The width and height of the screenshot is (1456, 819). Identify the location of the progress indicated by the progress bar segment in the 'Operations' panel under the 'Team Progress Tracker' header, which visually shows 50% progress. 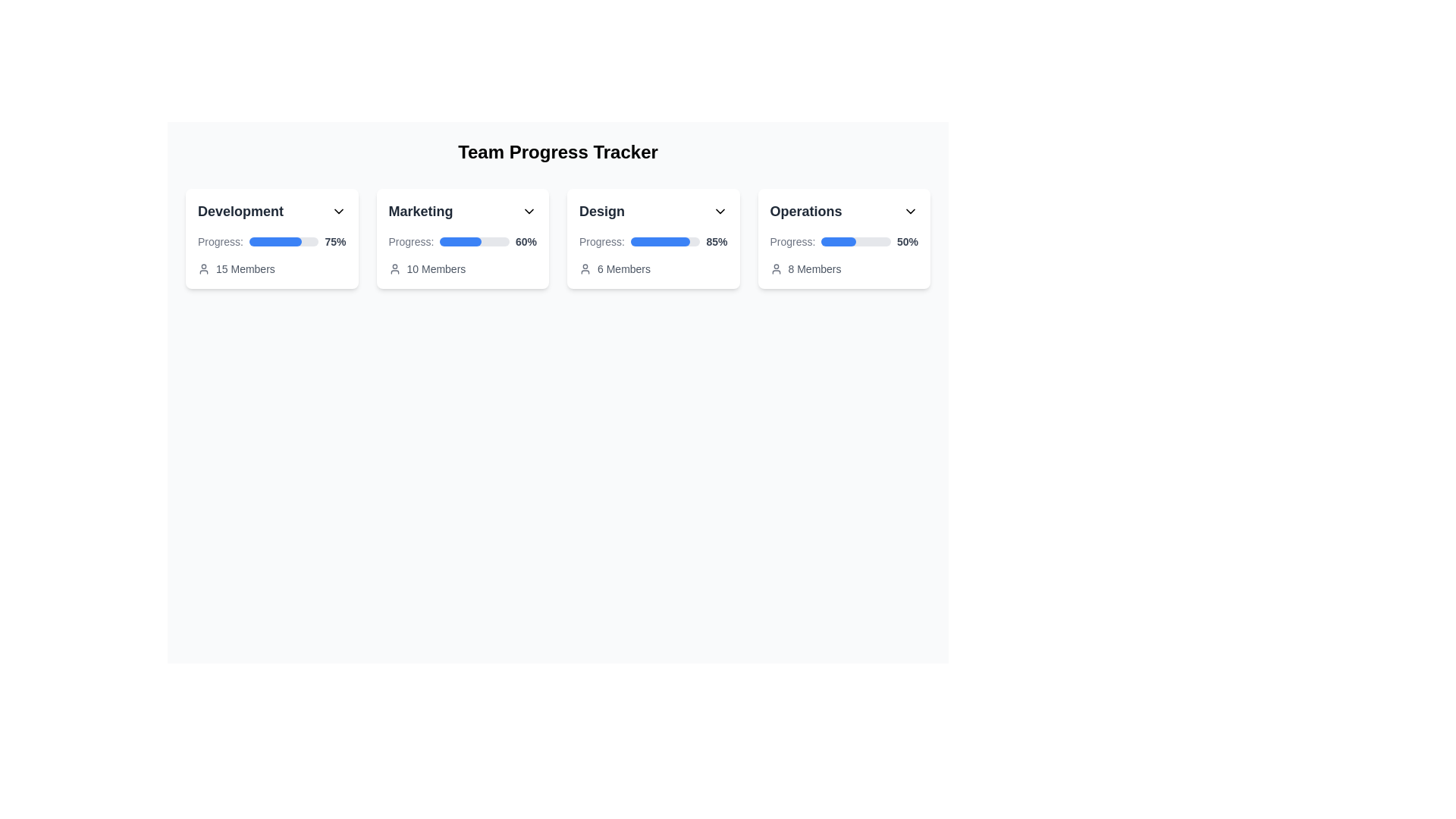
(838, 241).